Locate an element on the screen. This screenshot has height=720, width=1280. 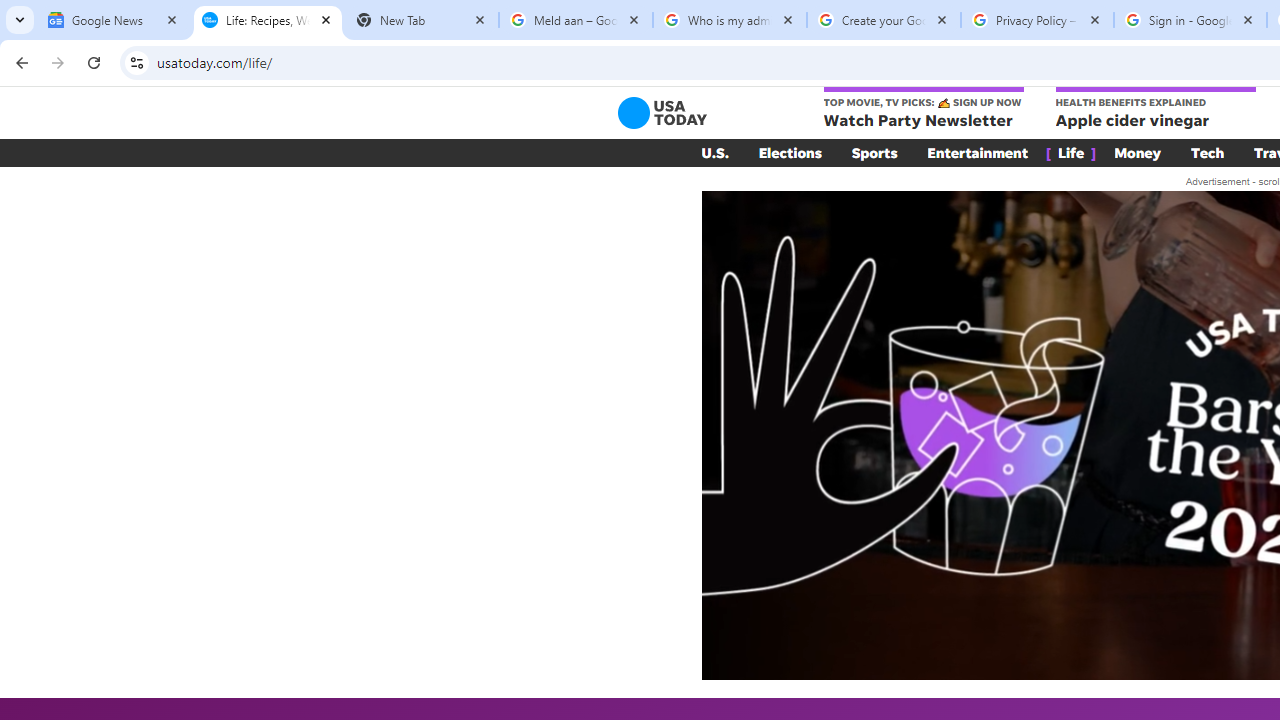
'Google News' is located at coordinates (112, 20).